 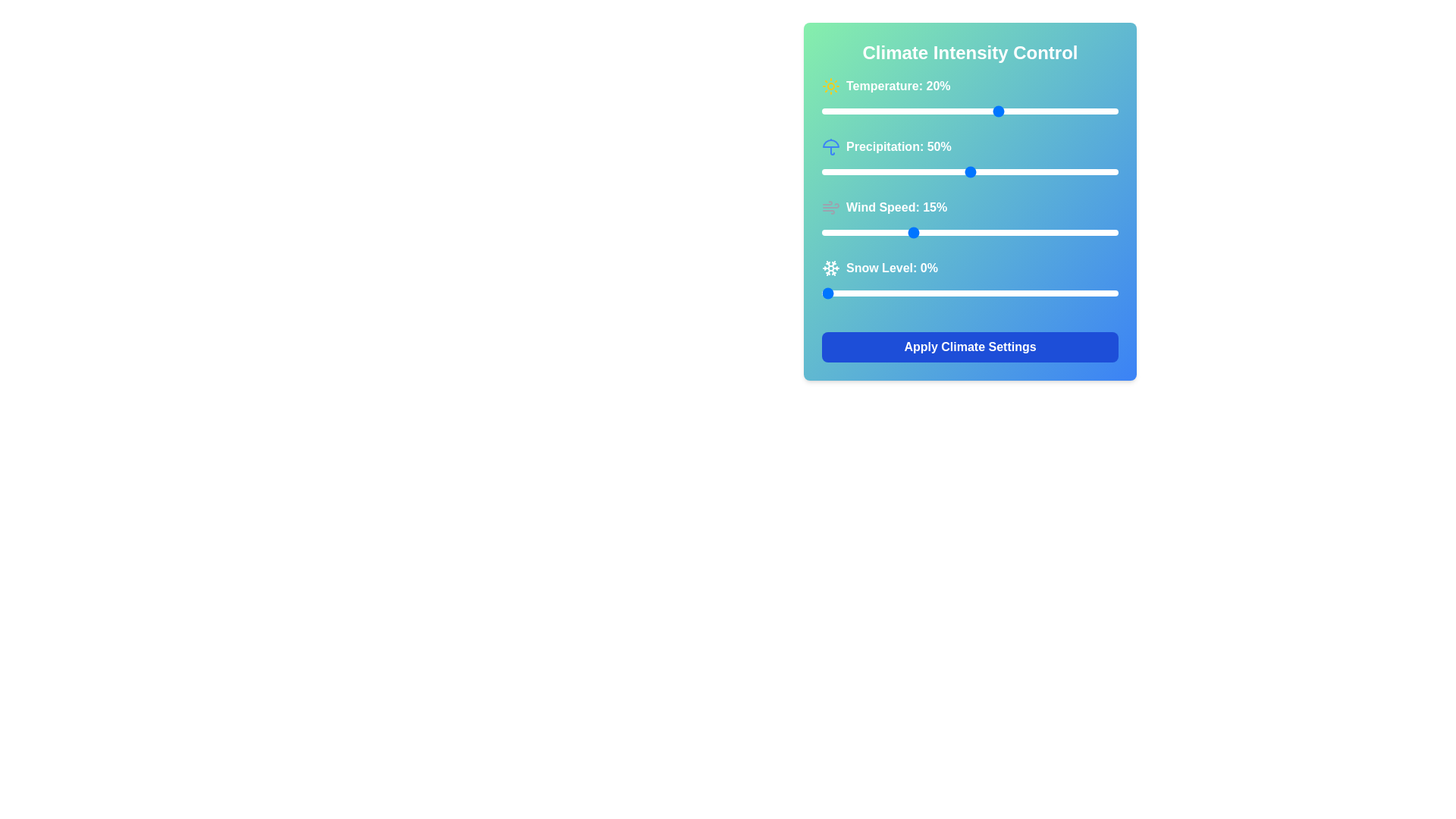 What do you see at coordinates (987, 233) in the screenshot?
I see `wind speed` at bounding box center [987, 233].